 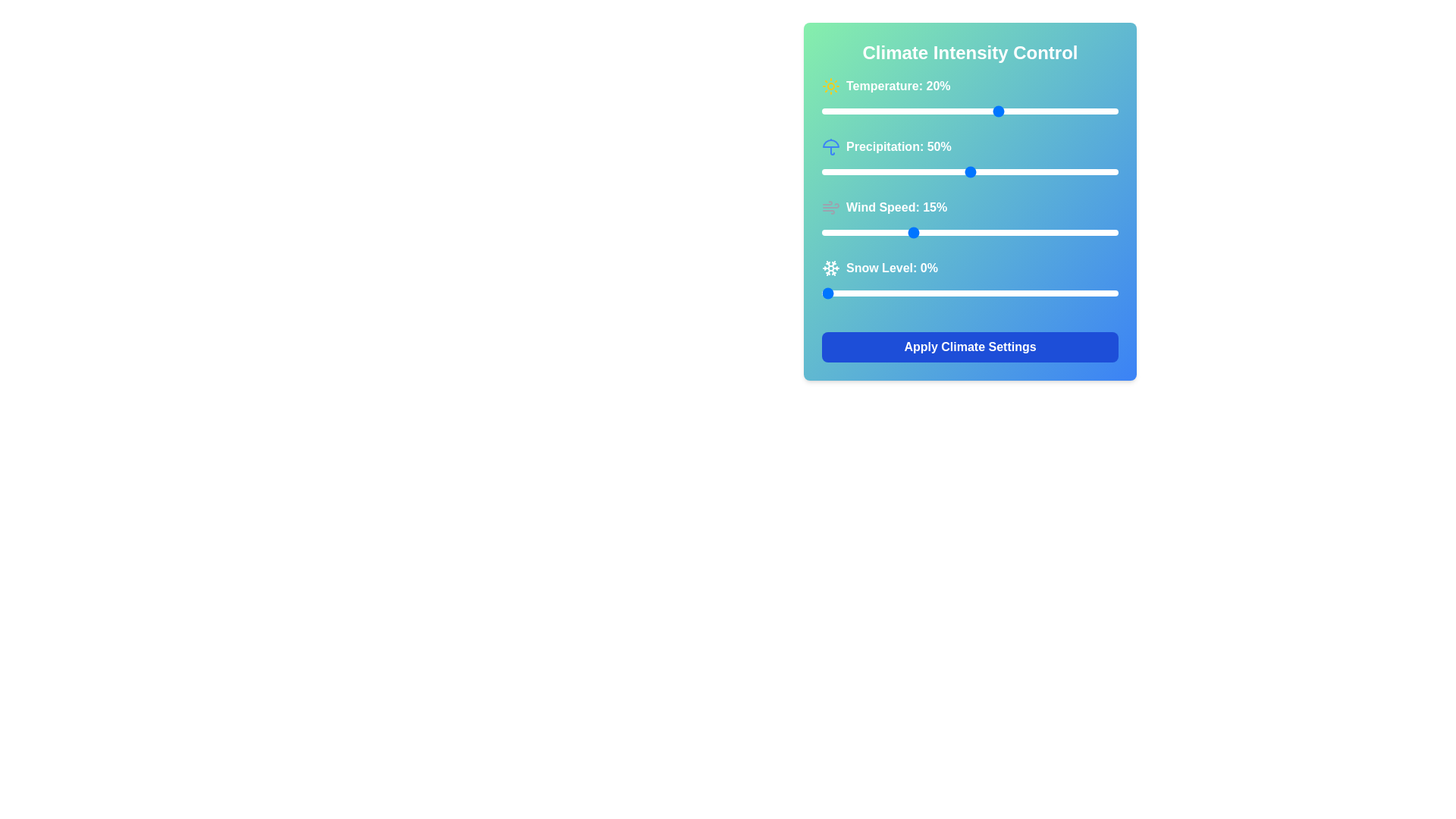 What do you see at coordinates (987, 233) in the screenshot?
I see `wind speed` at bounding box center [987, 233].